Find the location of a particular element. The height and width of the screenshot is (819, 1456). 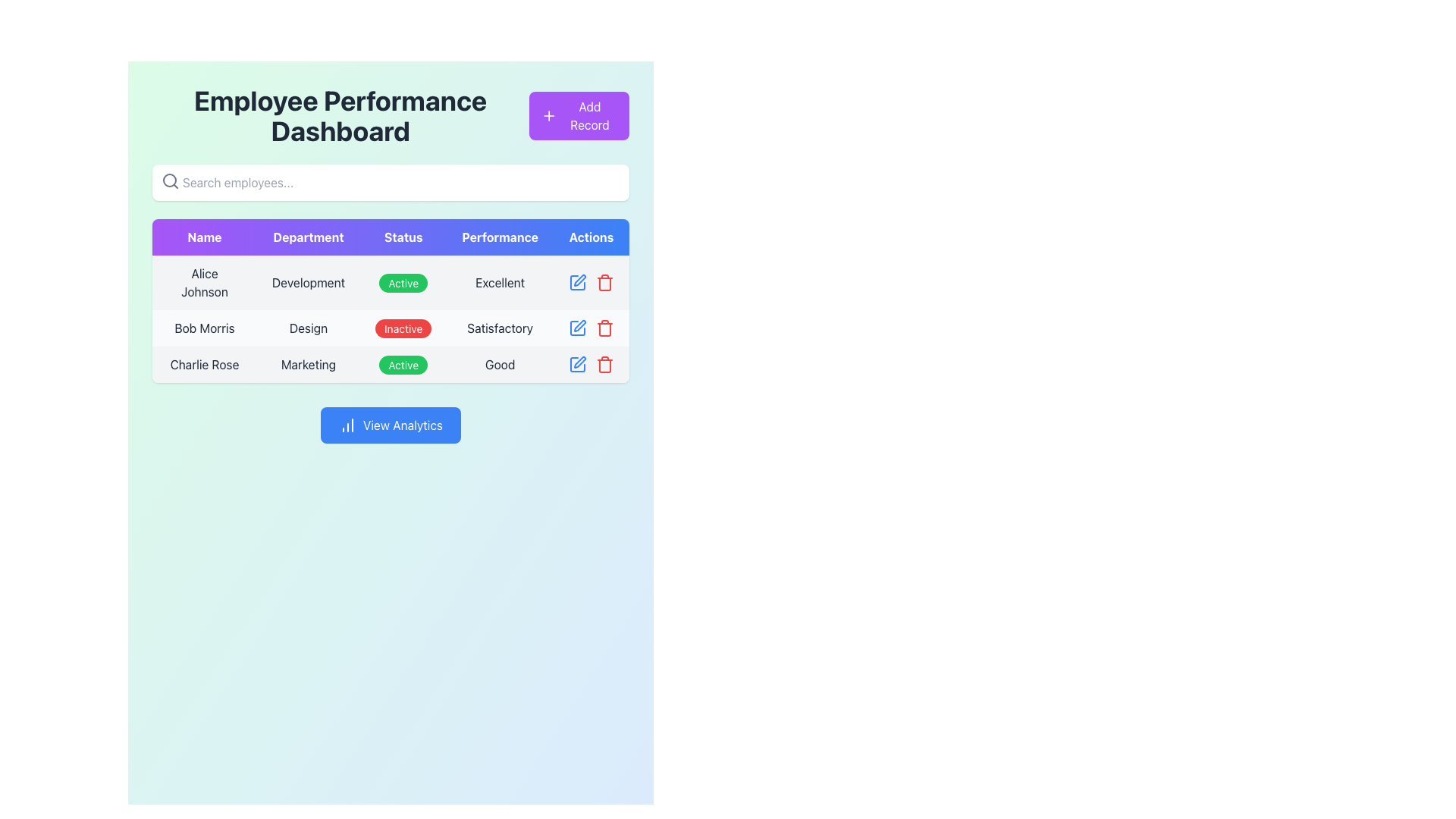

the 'Active' label with a green background and white text, which is the third cell in the row for 'Charlie Rose' in the employee details table is located at coordinates (391, 365).